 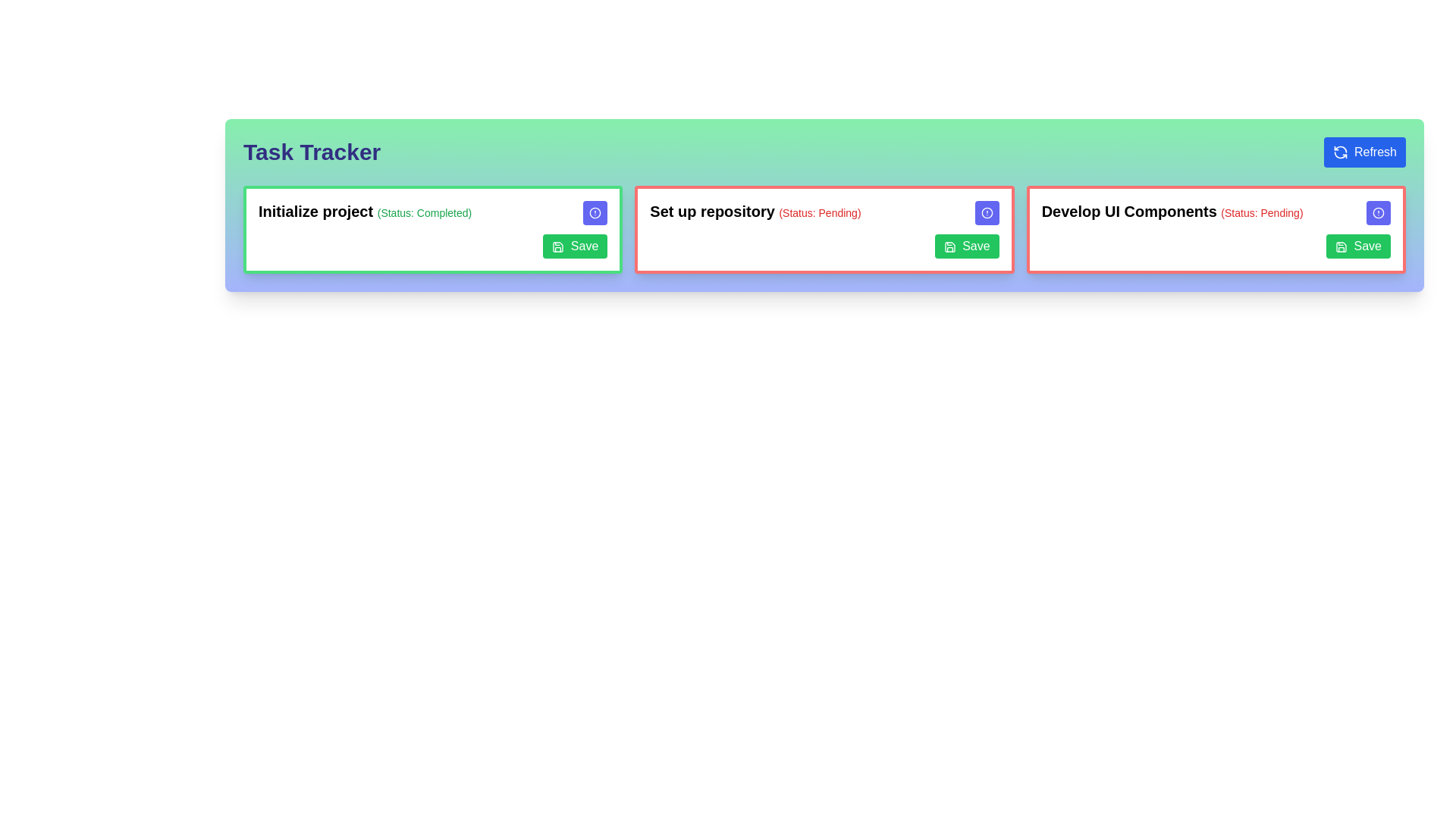 What do you see at coordinates (949, 246) in the screenshot?
I see `the floppy disk icon within the green 'Save' button located in the lower right corner of the 'Set up repository' card` at bounding box center [949, 246].